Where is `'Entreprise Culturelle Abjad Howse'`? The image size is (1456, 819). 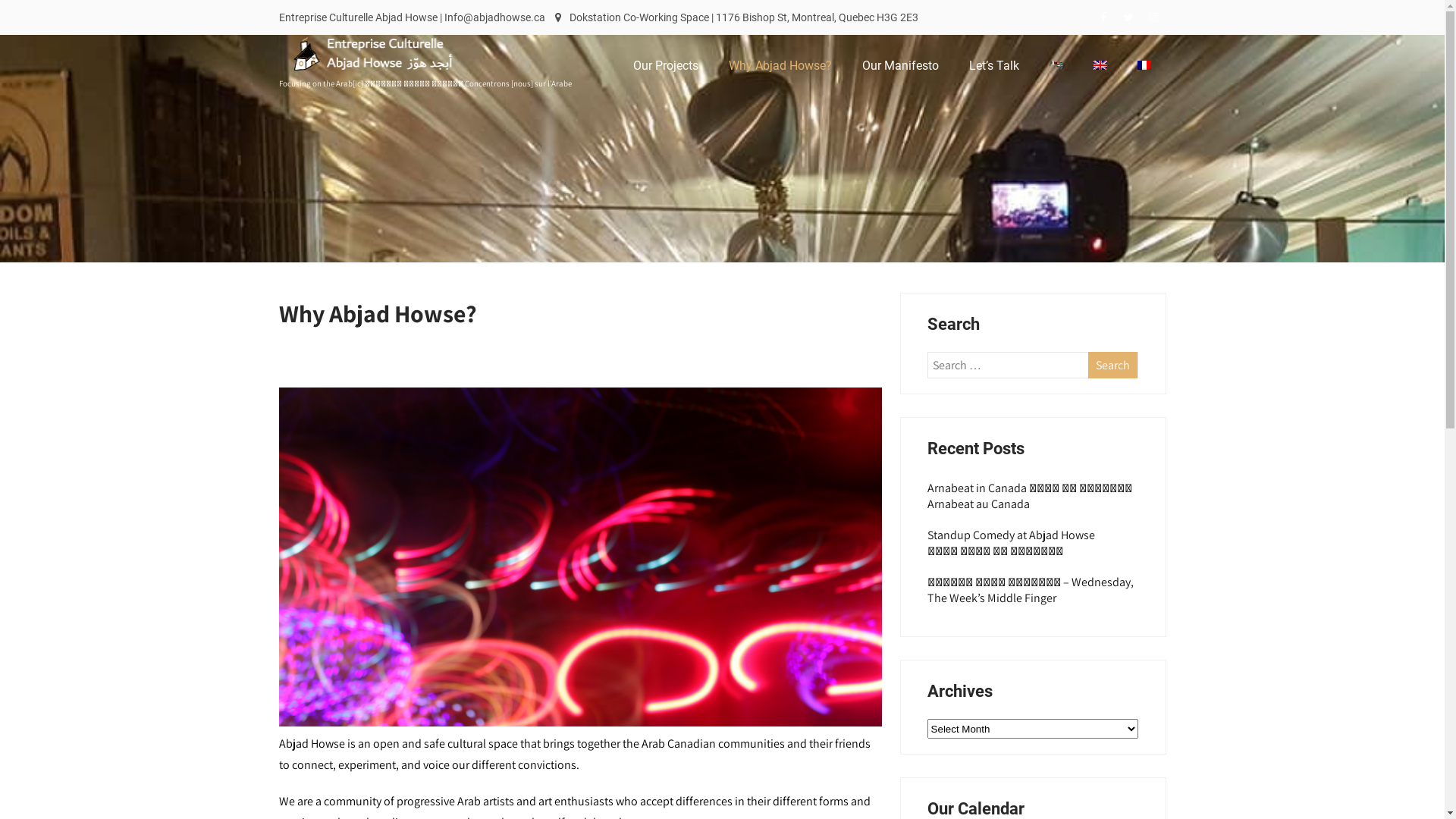
'Entreprise Culturelle Abjad Howse' is located at coordinates (385, 75).